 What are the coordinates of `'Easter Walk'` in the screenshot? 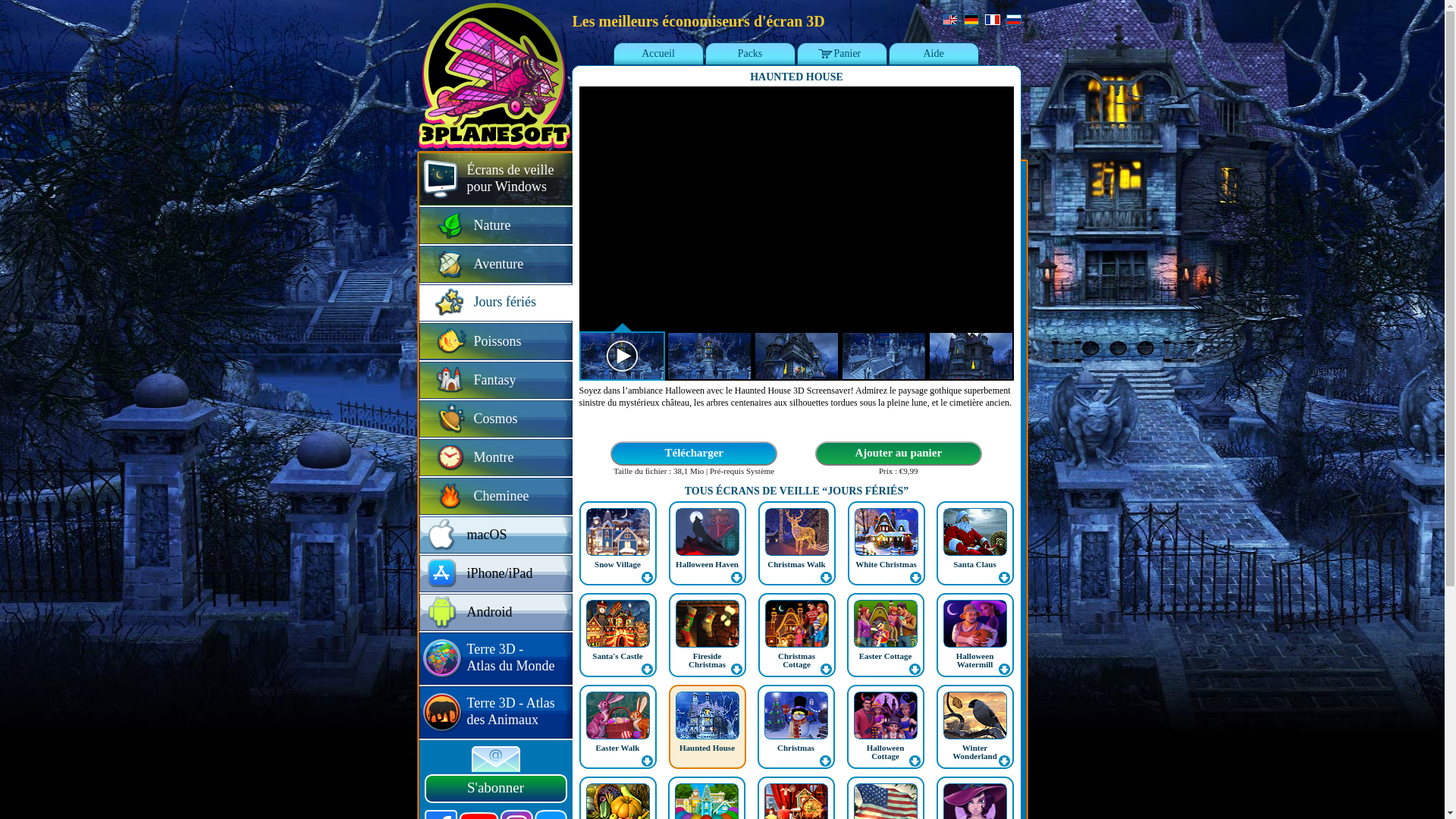 It's located at (618, 747).